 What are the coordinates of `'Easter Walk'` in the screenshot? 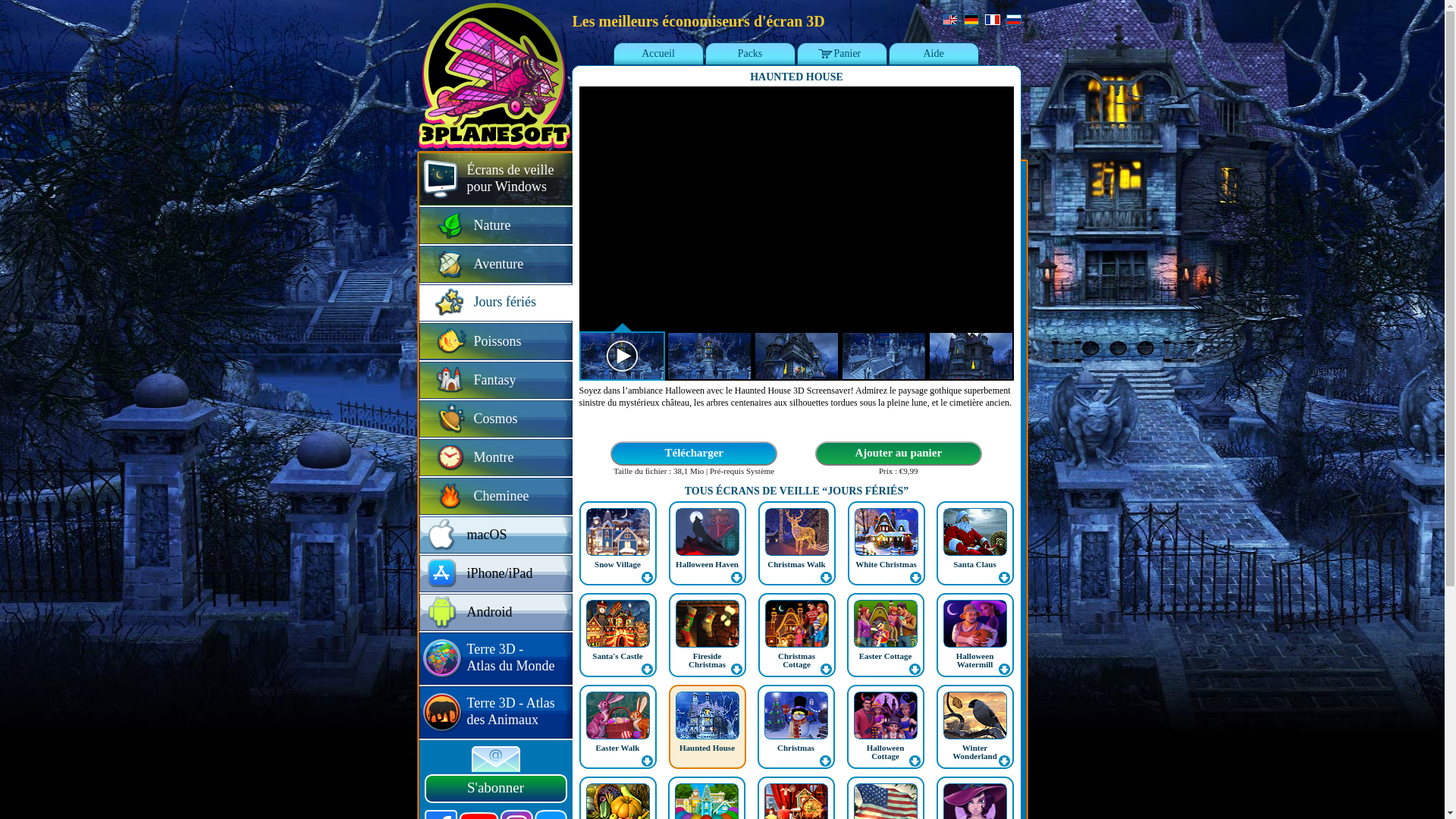 It's located at (618, 747).